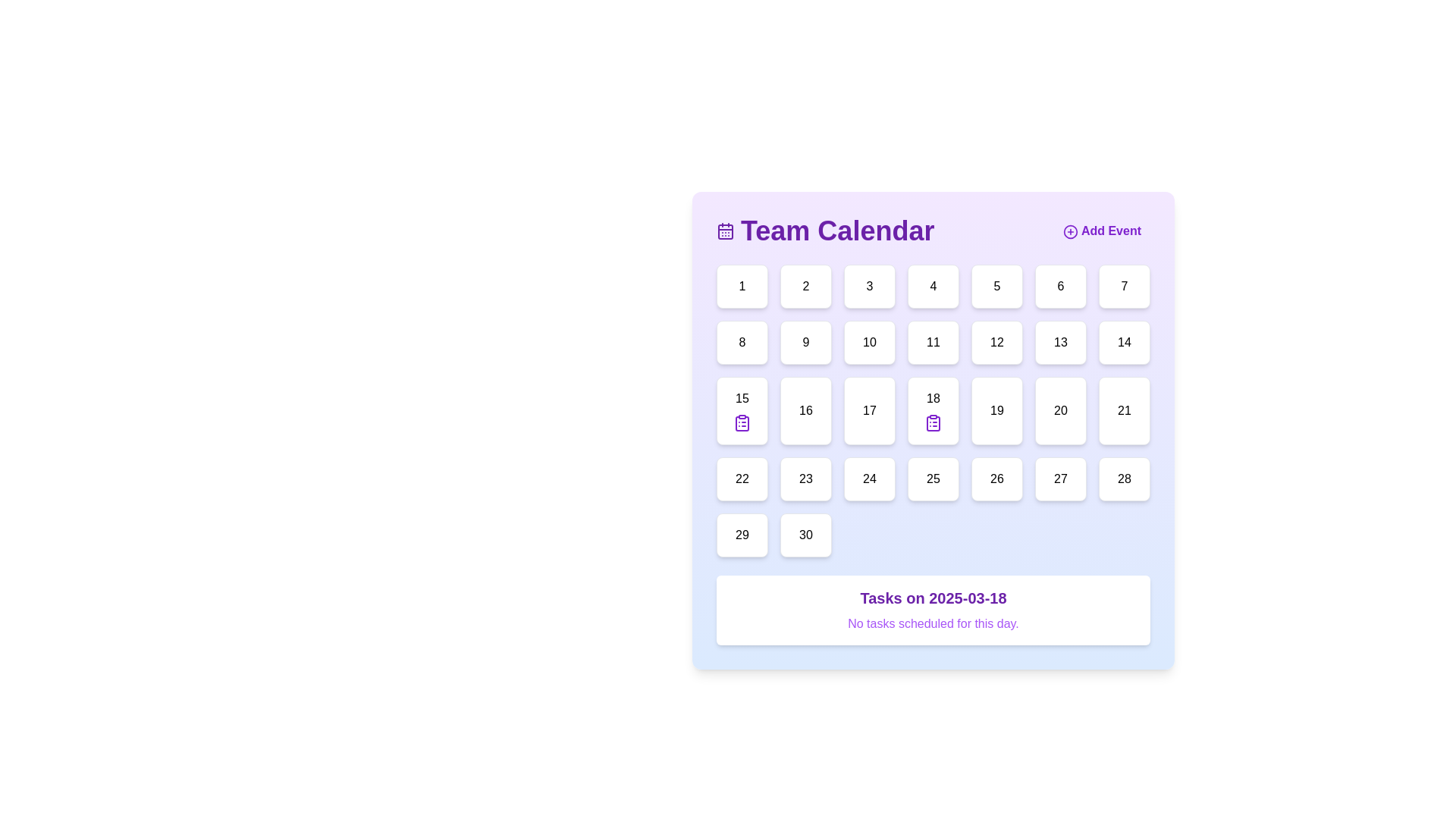 The height and width of the screenshot is (819, 1456). Describe the element at coordinates (1059, 287) in the screenshot. I see `the button representing the date '6' in the calendar interface` at that location.